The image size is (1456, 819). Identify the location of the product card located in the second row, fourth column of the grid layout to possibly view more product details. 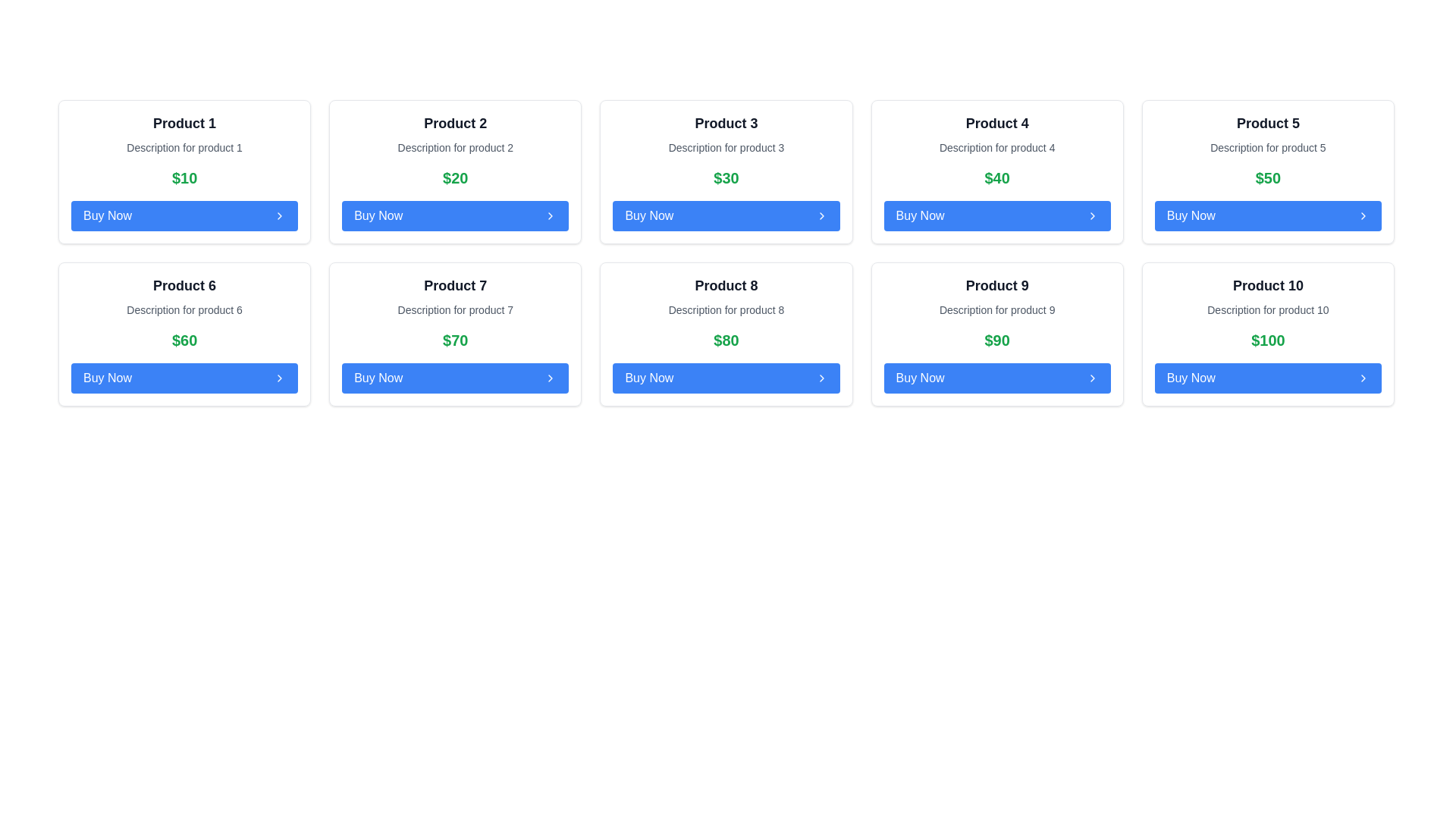
(997, 333).